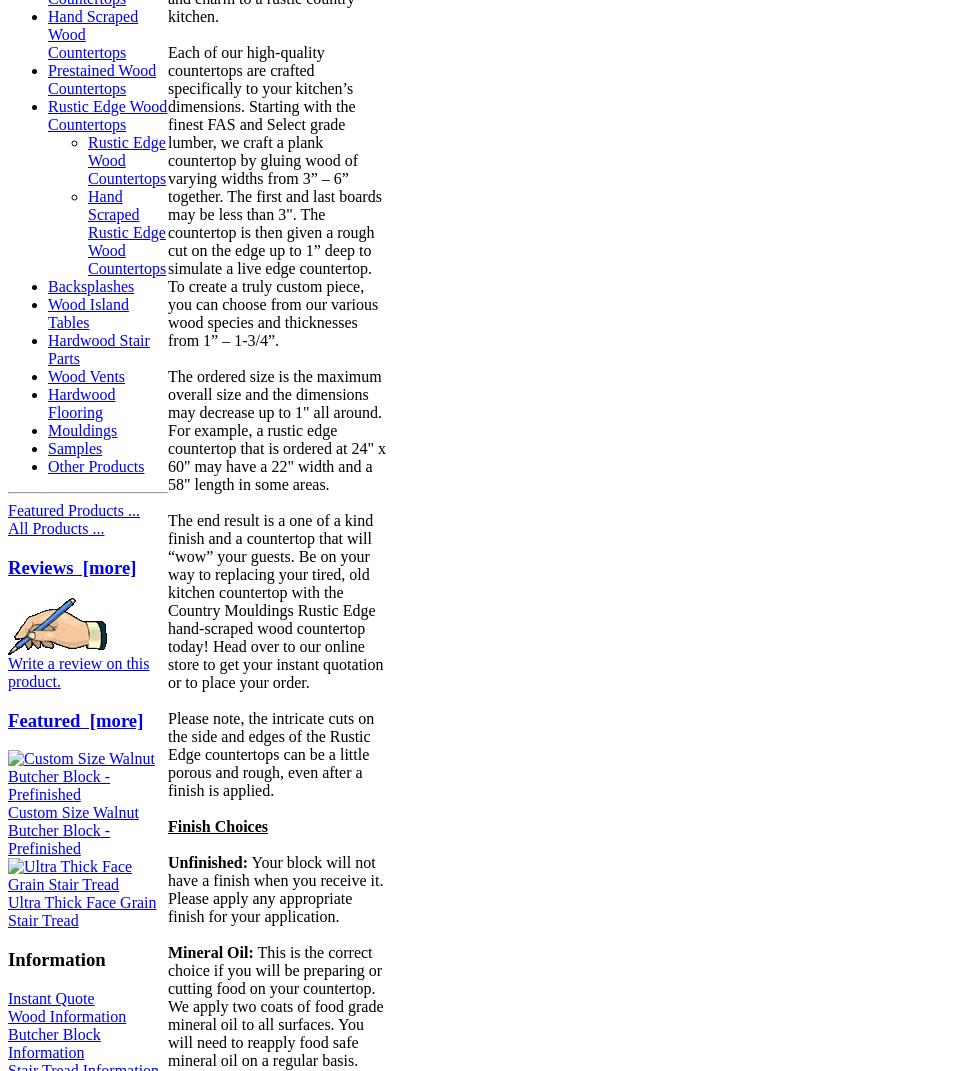 This screenshot has width=968, height=1071. Describe the element at coordinates (275, 889) in the screenshot. I see `'Your block will not have a finish when you receive it. Please apply any appropriate finish for your application.'` at that location.